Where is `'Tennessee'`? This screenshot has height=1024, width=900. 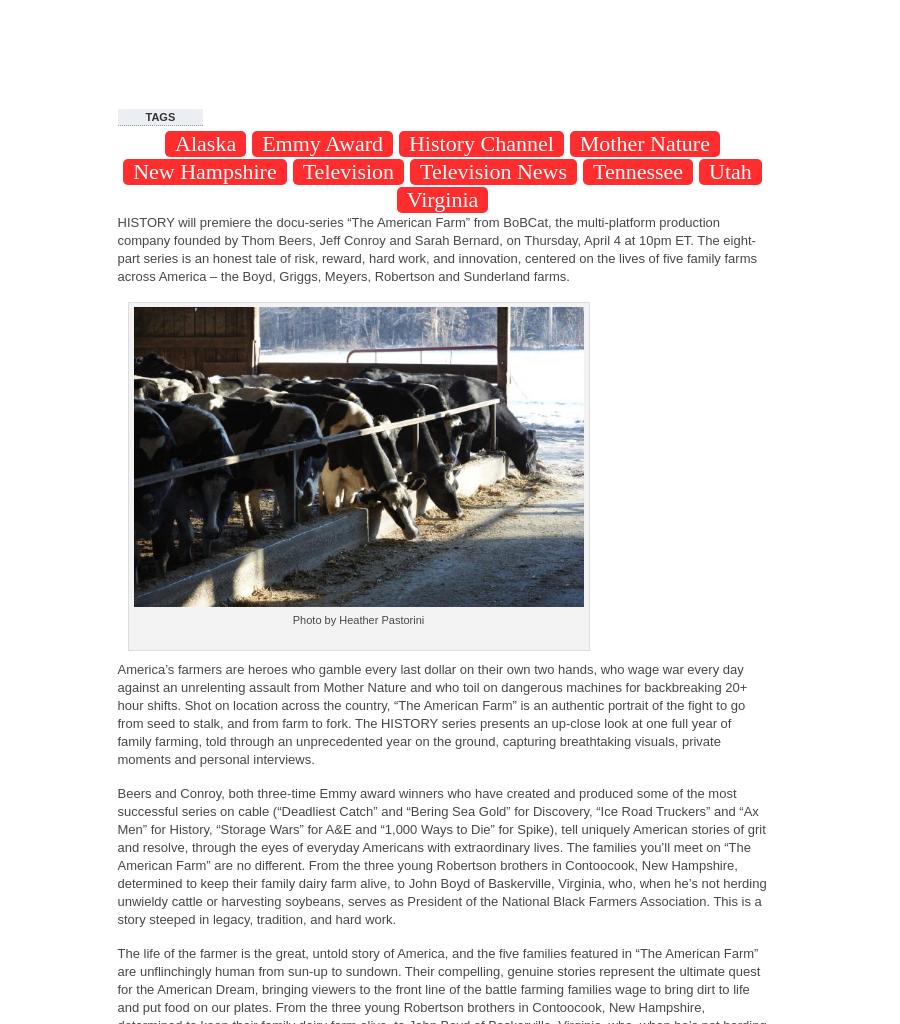
'Tennessee' is located at coordinates (638, 171).